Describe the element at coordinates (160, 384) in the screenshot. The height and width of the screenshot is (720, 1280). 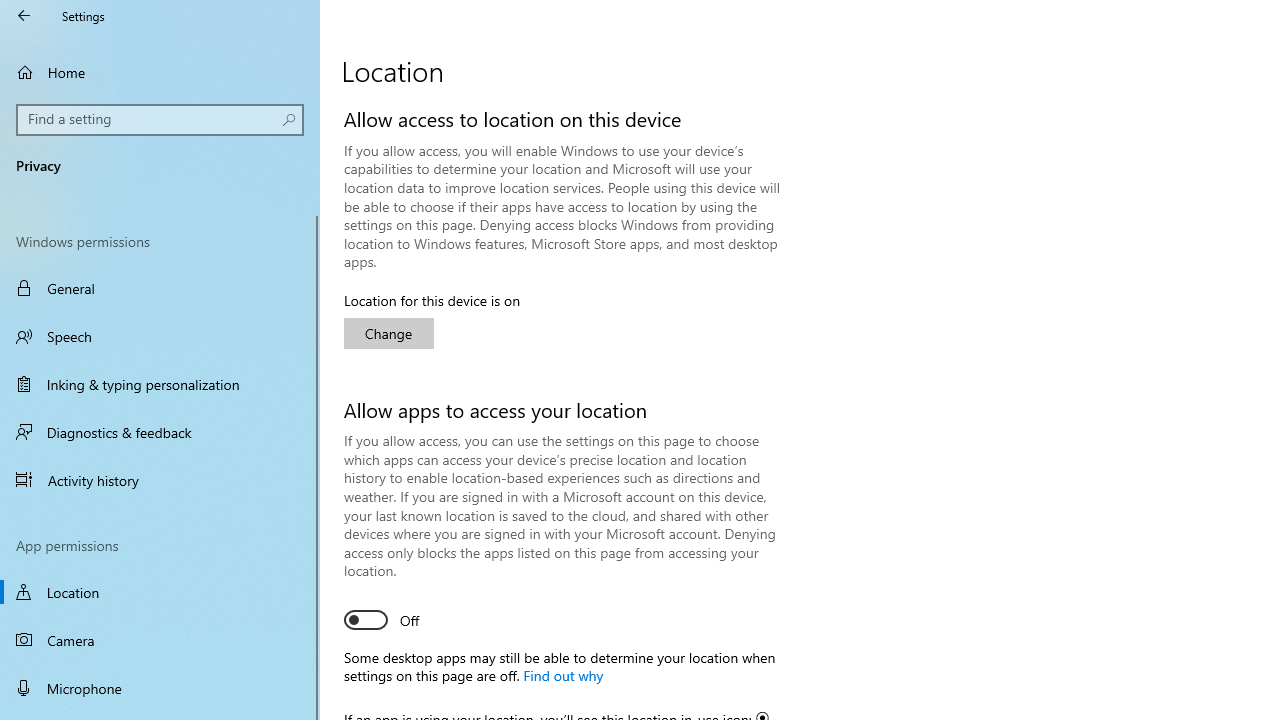
I see `'Inking & typing personalization'` at that location.